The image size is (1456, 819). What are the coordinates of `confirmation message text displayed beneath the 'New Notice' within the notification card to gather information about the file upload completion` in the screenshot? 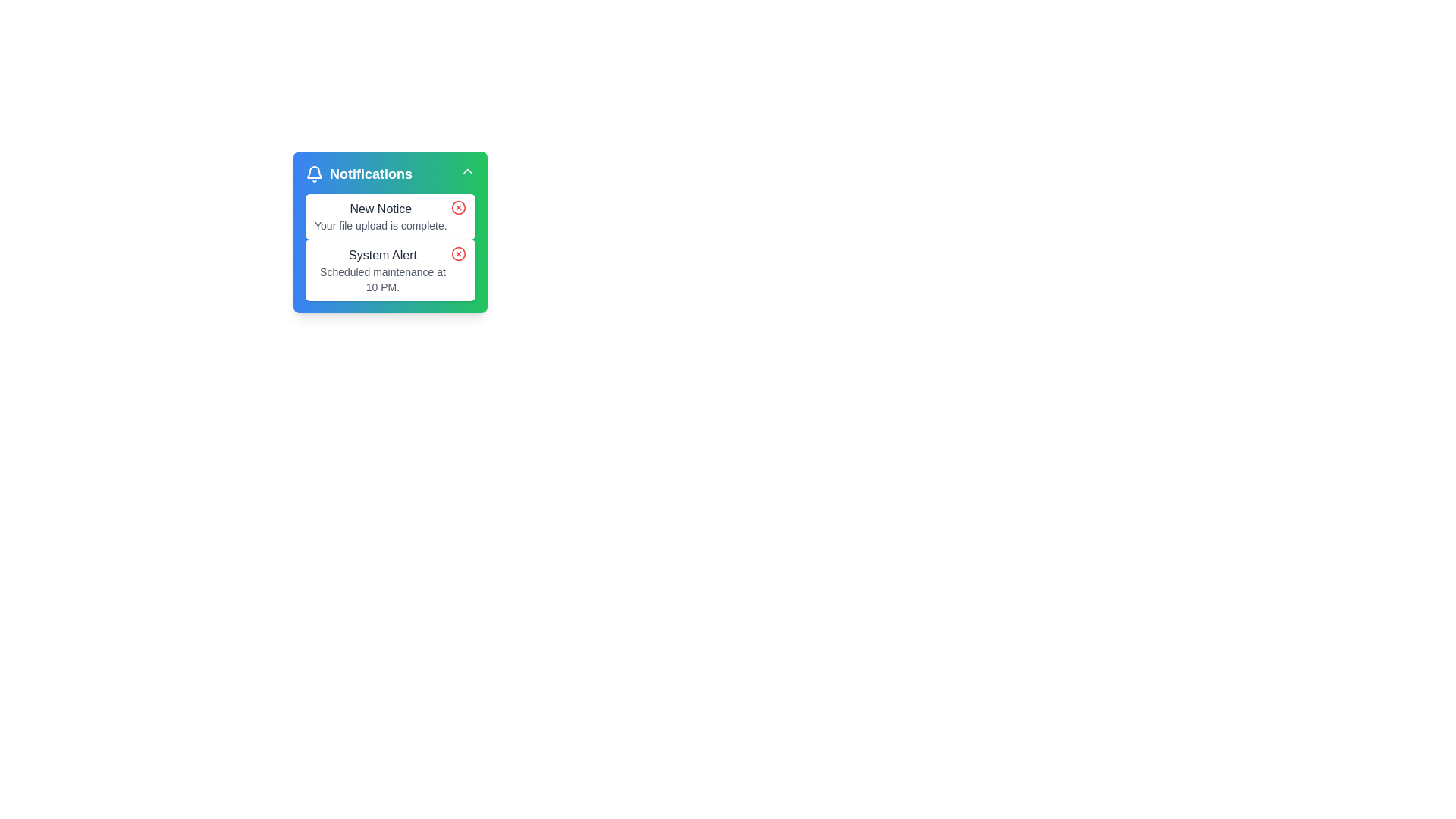 It's located at (381, 225).